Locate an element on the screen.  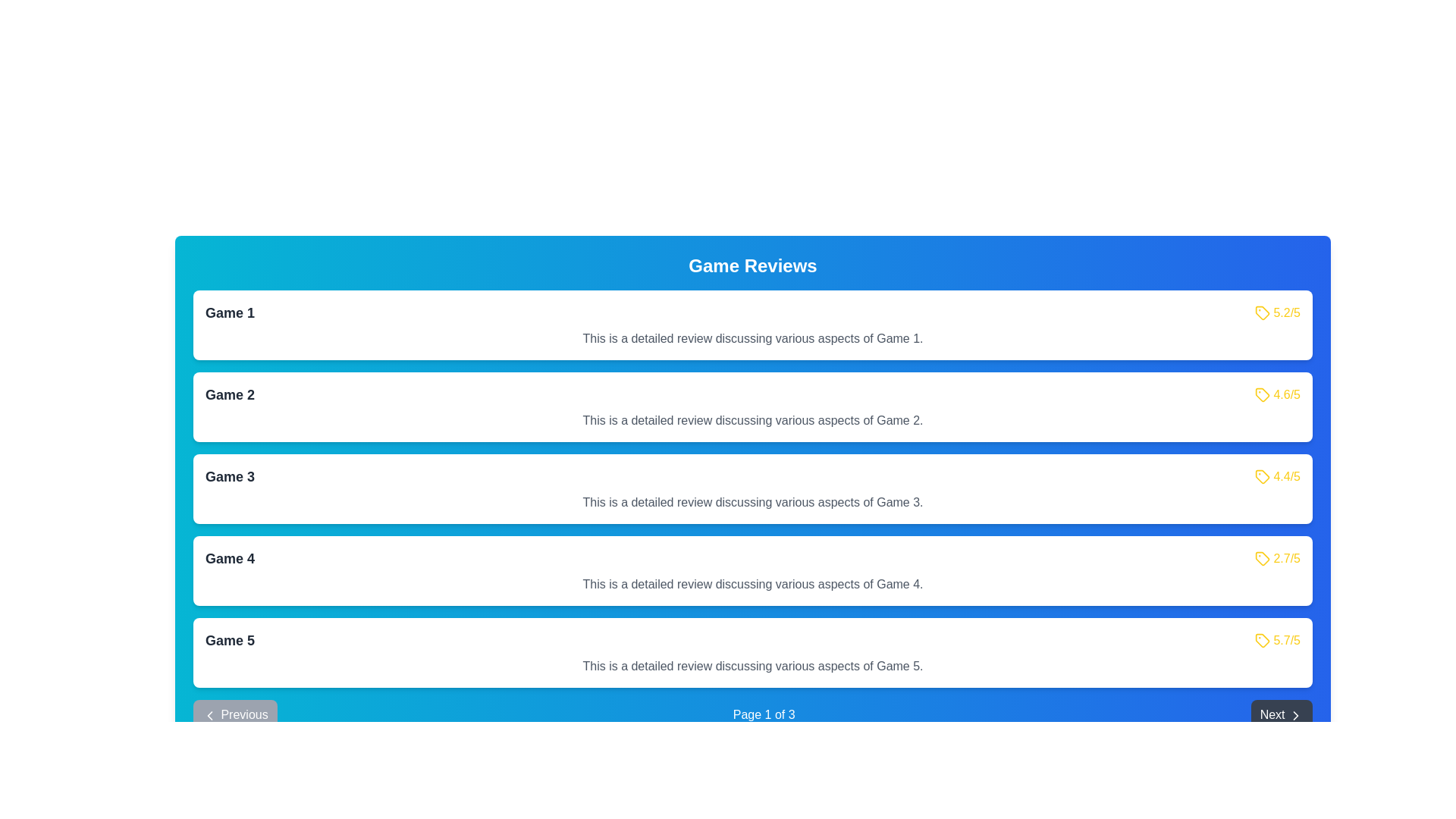
text displayed in the review card for 'Game 1', which states 'This is a detailed review discussing various aspects of Game 1.' is located at coordinates (753, 338).